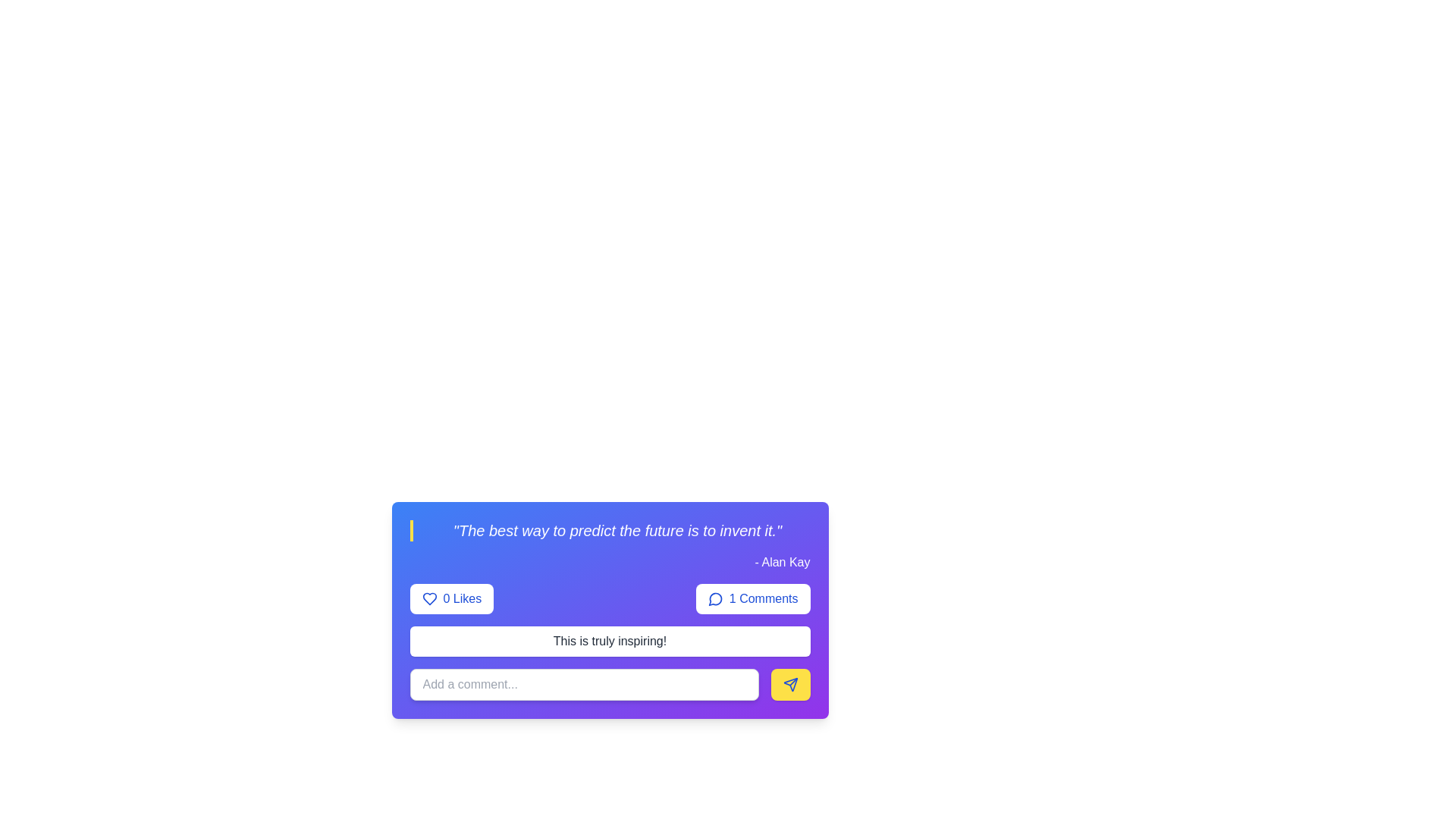 The width and height of the screenshot is (1456, 819). Describe the element at coordinates (450, 598) in the screenshot. I see `the button labeled '0 Likes' which is styled with a rounded rectangle shape, has a white background, and features a heart-shaped icon outlined in blue` at that location.